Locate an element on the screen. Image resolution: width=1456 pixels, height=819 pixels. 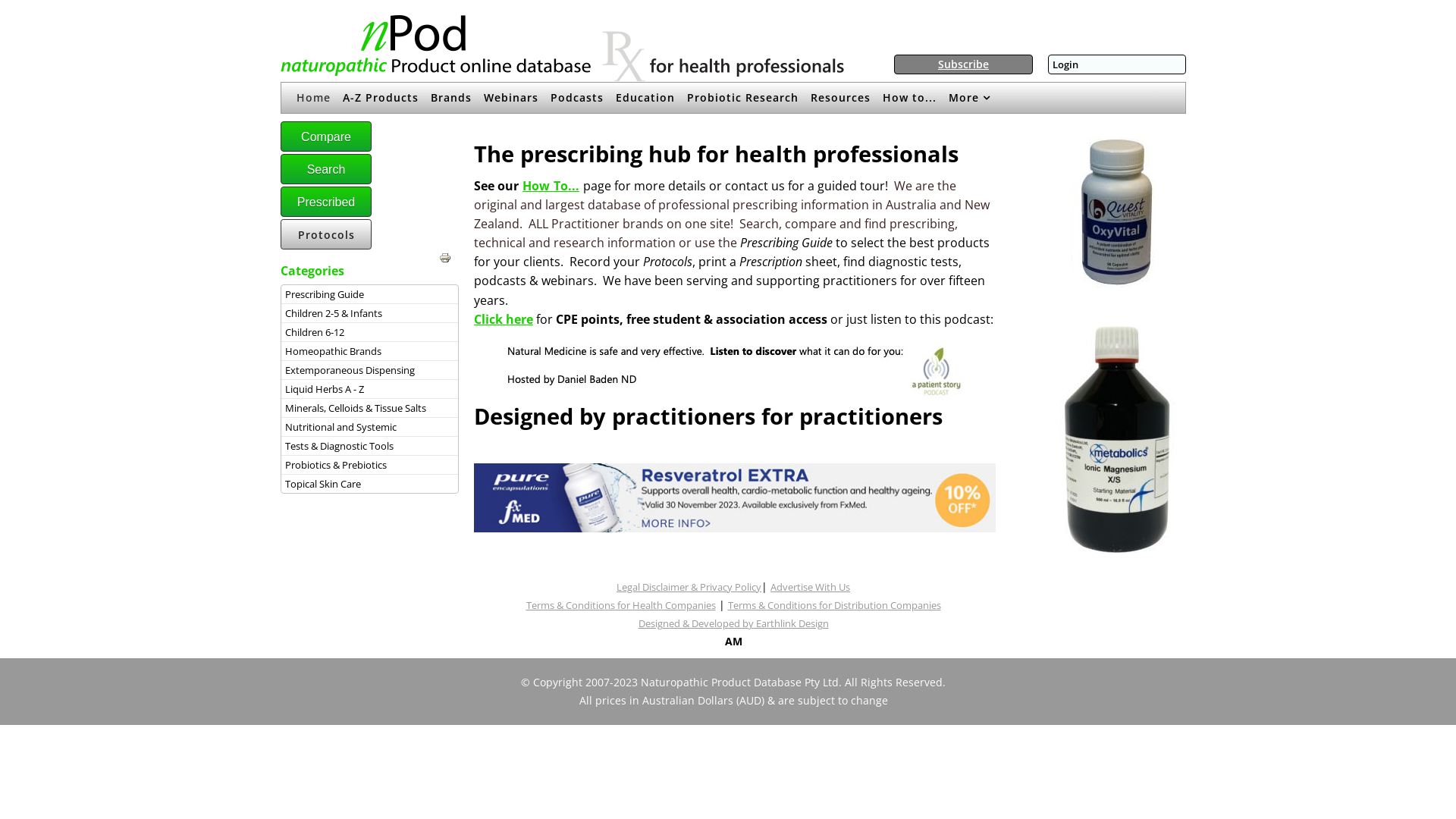
'Brands' is located at coordinates (450, 97).